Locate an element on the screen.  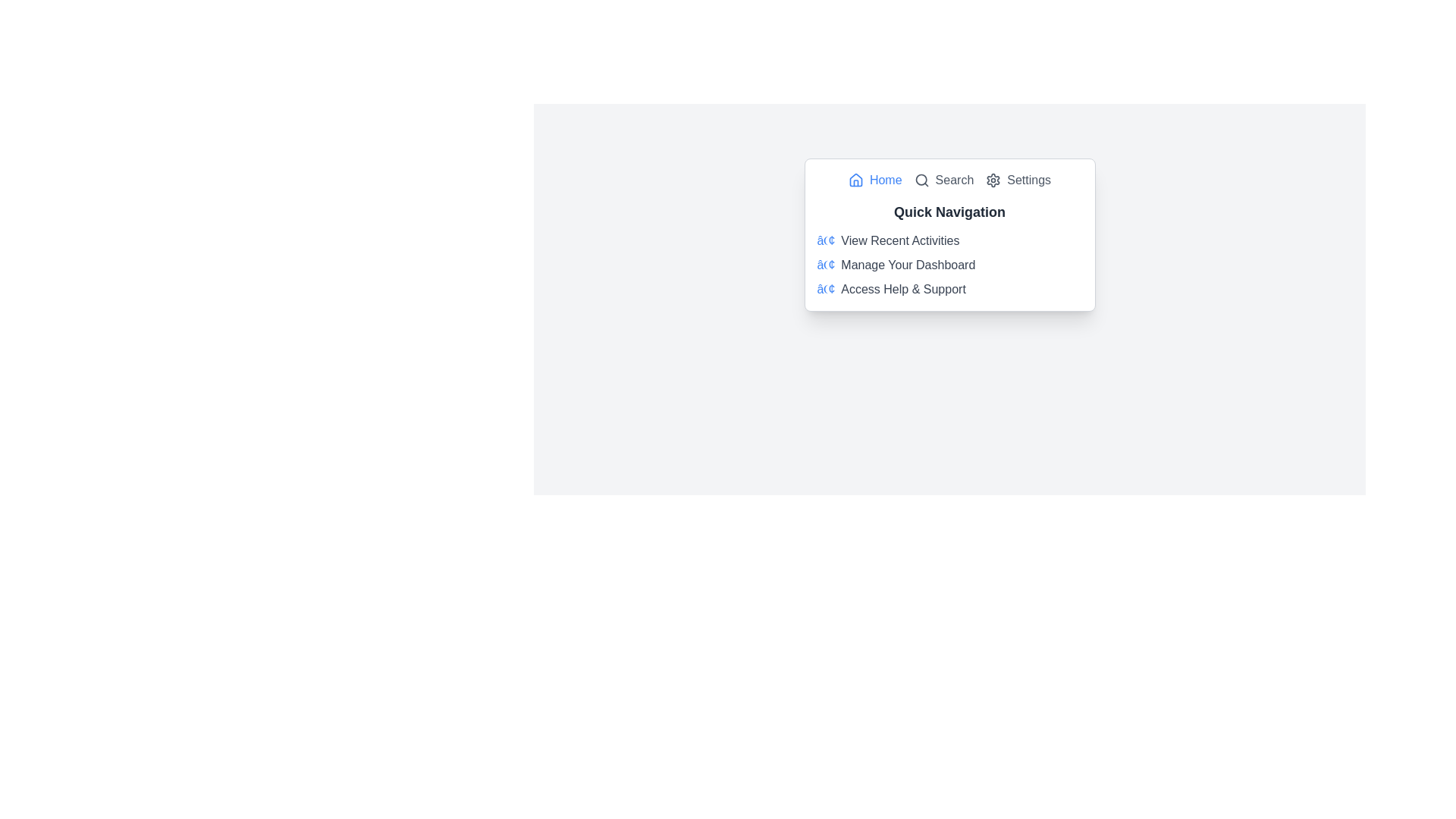
the gear-shaped settings icon located in the top-right corner of the navigation elements for keyboard navigation is located at coordinates (993, 180).